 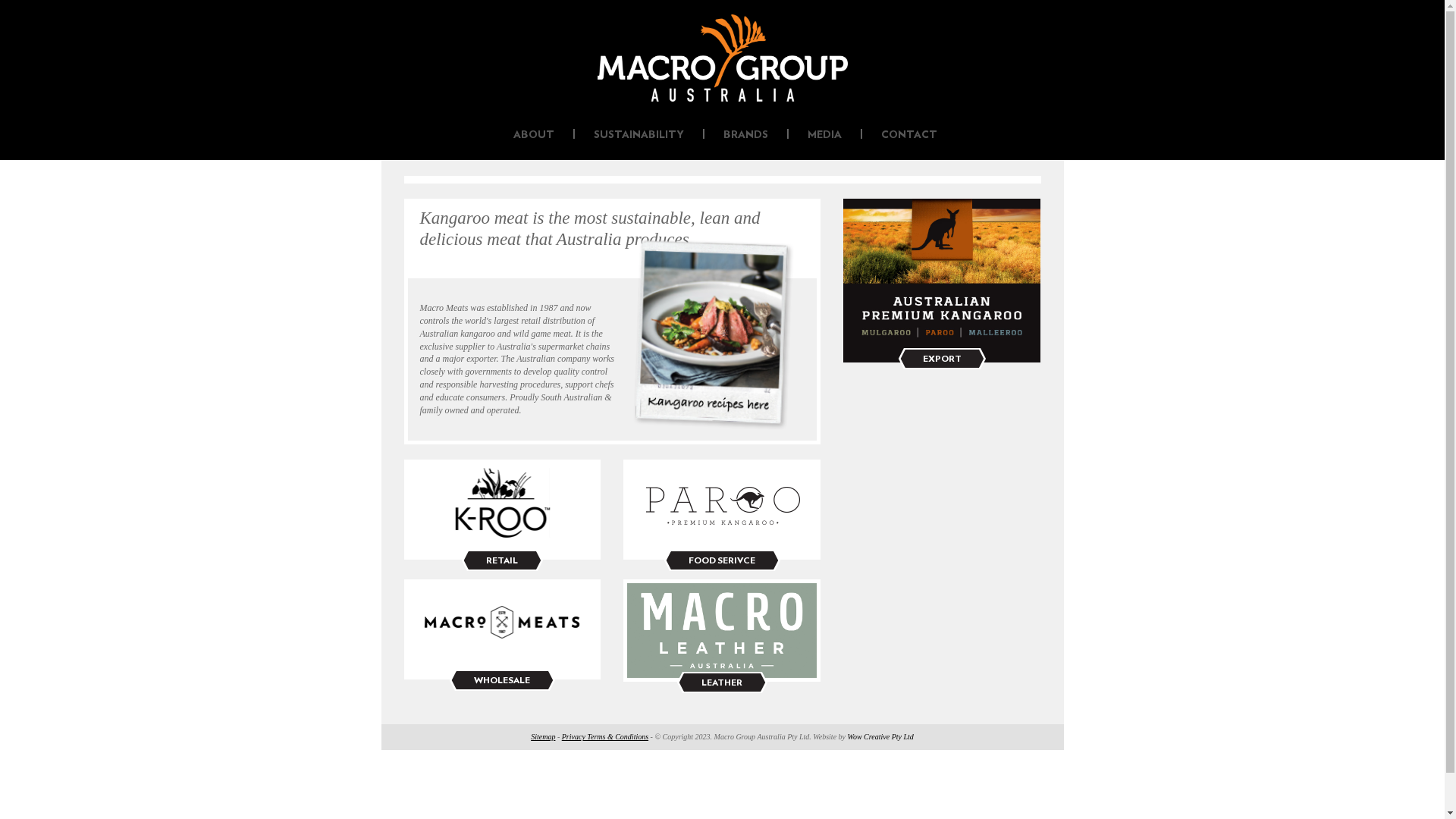 I want to click on 'BRANDS', so click(x=745, y=133).